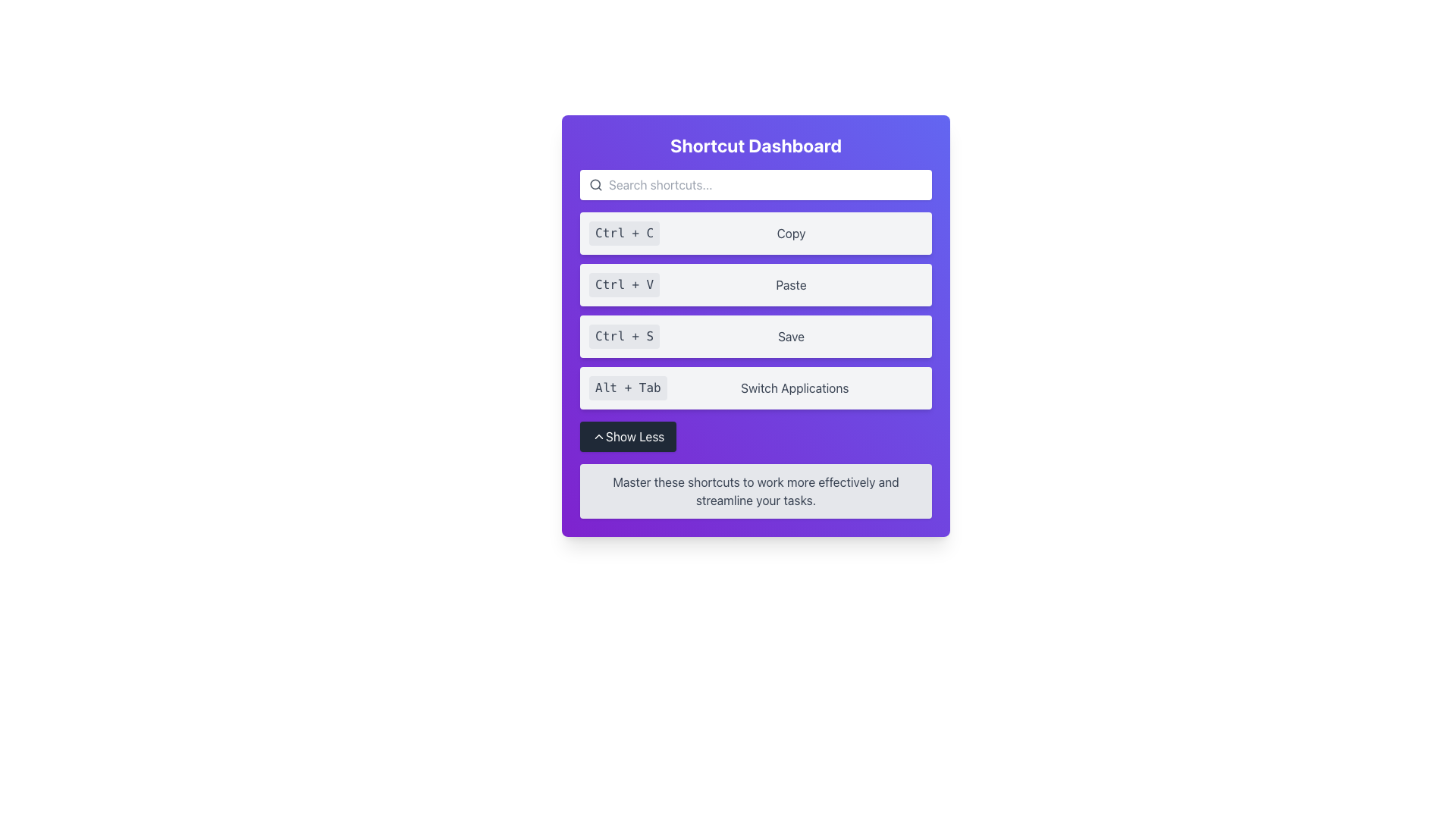  I want to click on the informational display that shows 'Ctrl + V' on the left and 'Paste' on the right, which is the second item in the Shortcut Dashboard list, so click(756, 284).